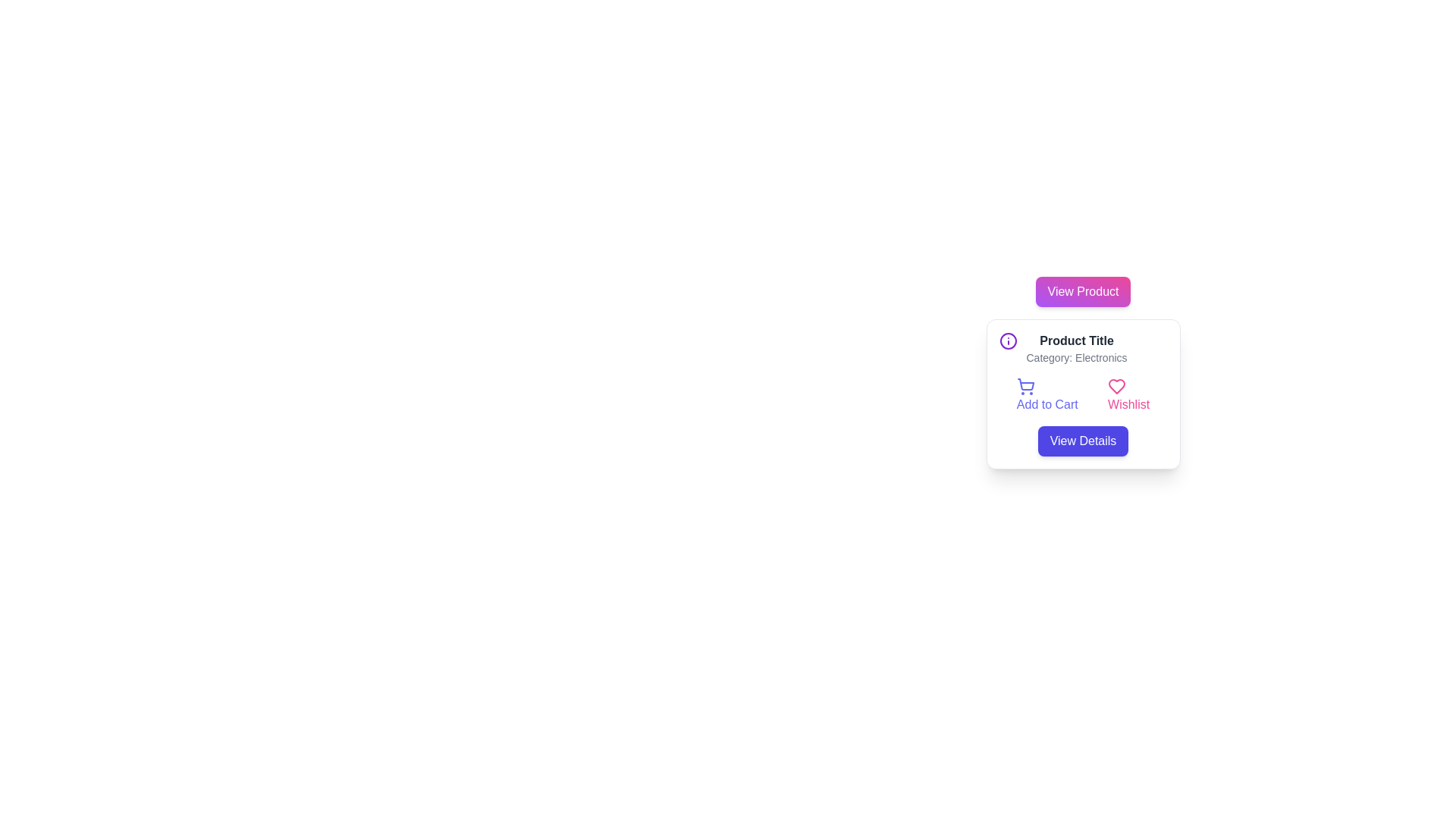 This screenshot has width=1456, height=819. What do you see at coordinates (1082, 292) in the screenshot?
I see `the call-to-action button located near the top of the product information section to observe its hover effects` at bounding box center [1082, 292].